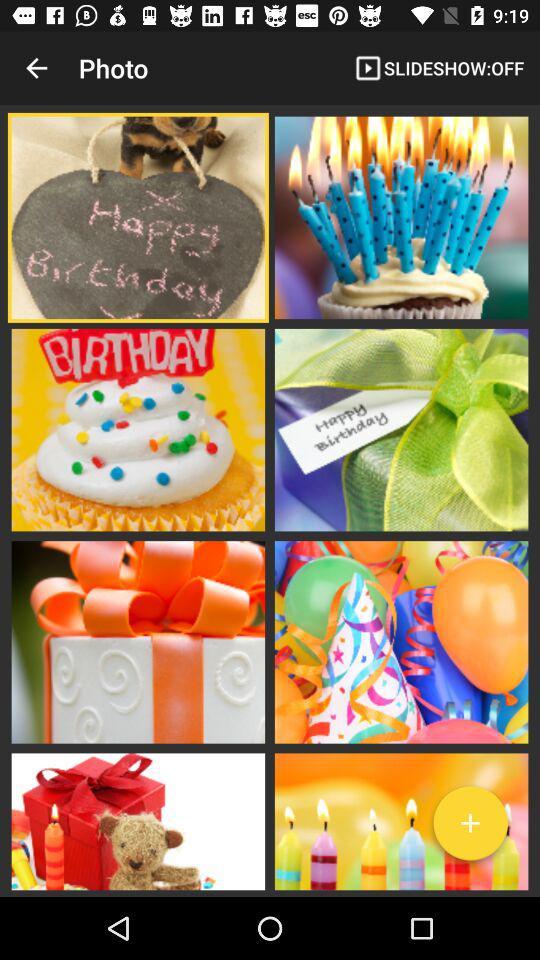  I want to click on the add icon, so click(470, 827).